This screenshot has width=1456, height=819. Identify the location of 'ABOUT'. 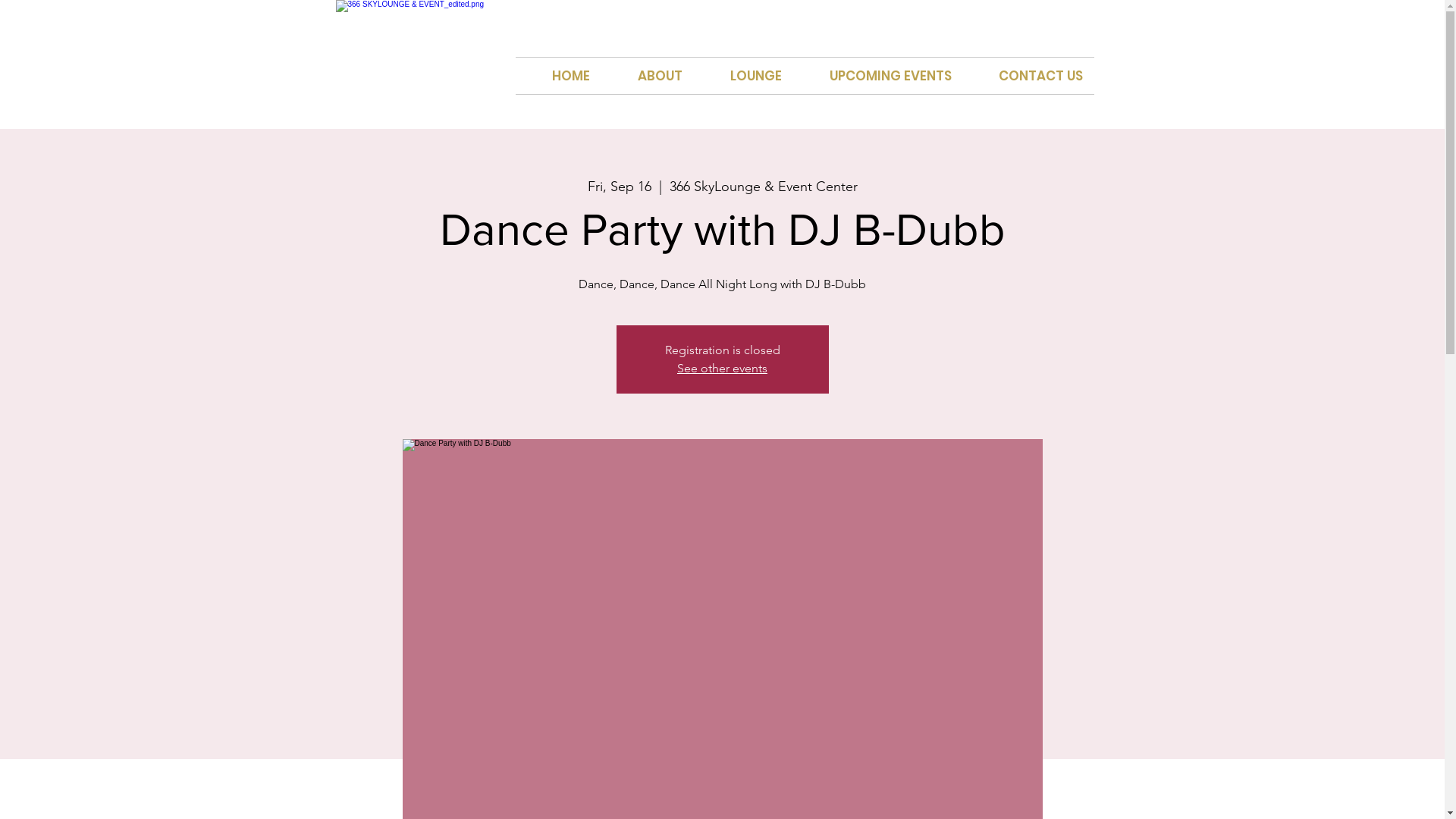
(647, 76).